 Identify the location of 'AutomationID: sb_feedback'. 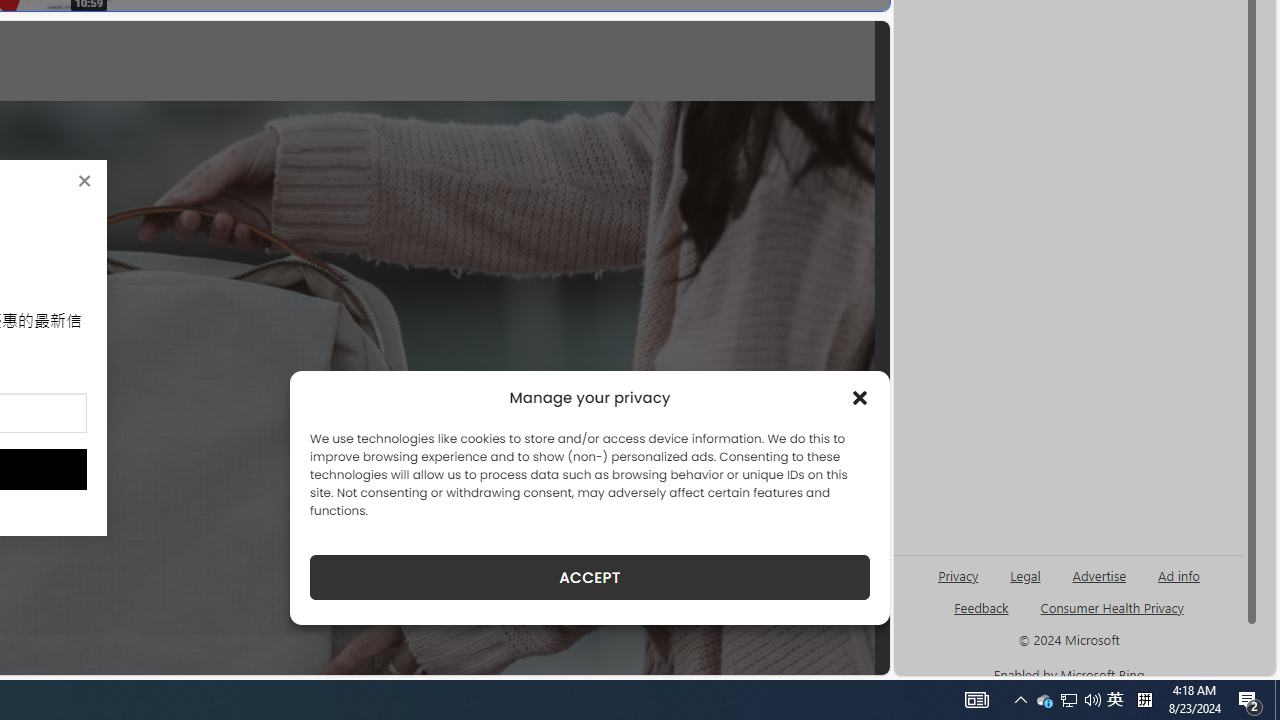
(981, 606).